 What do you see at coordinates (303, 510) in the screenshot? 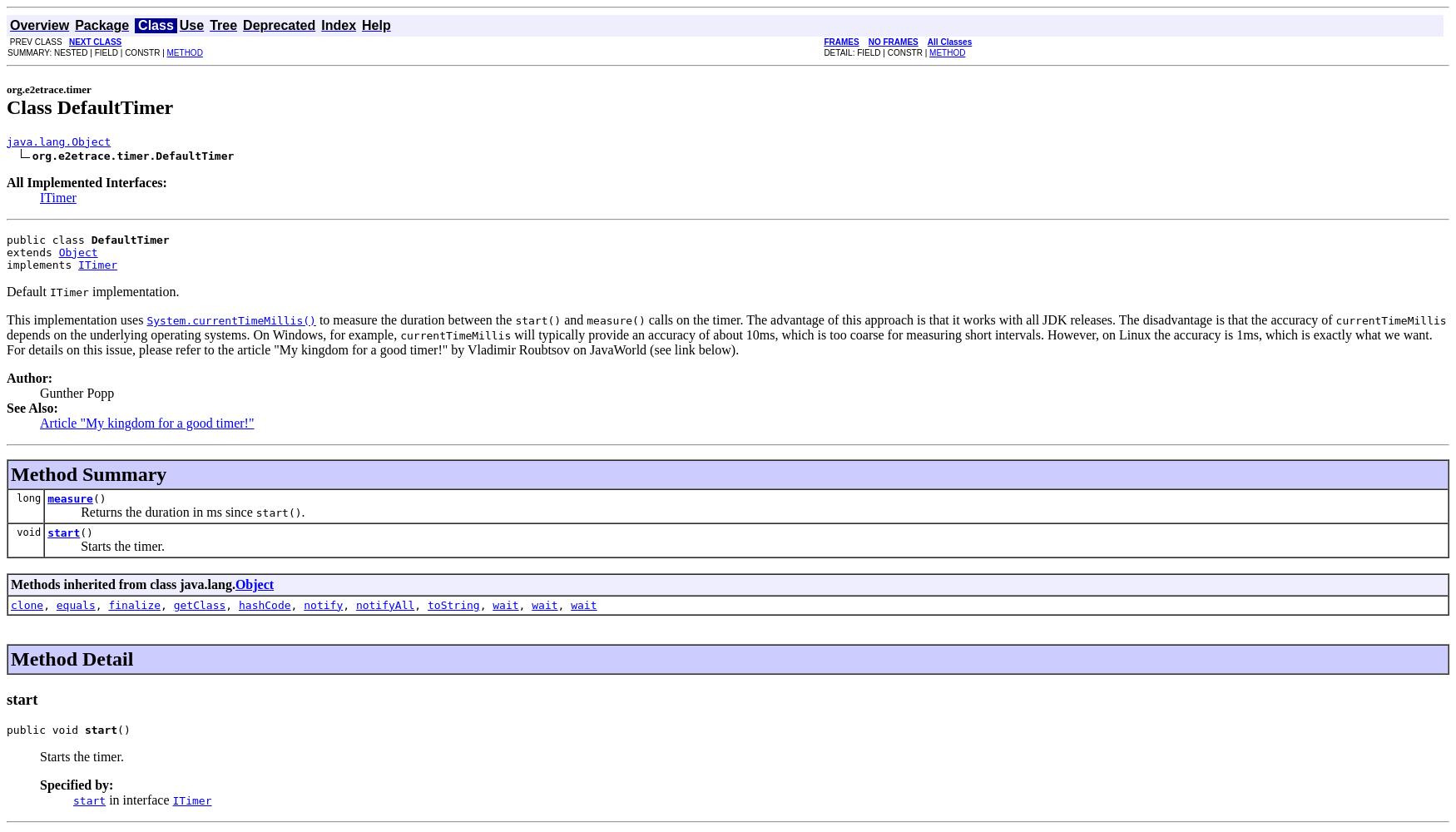
I see `'.'` at bounding box center [303, 510].